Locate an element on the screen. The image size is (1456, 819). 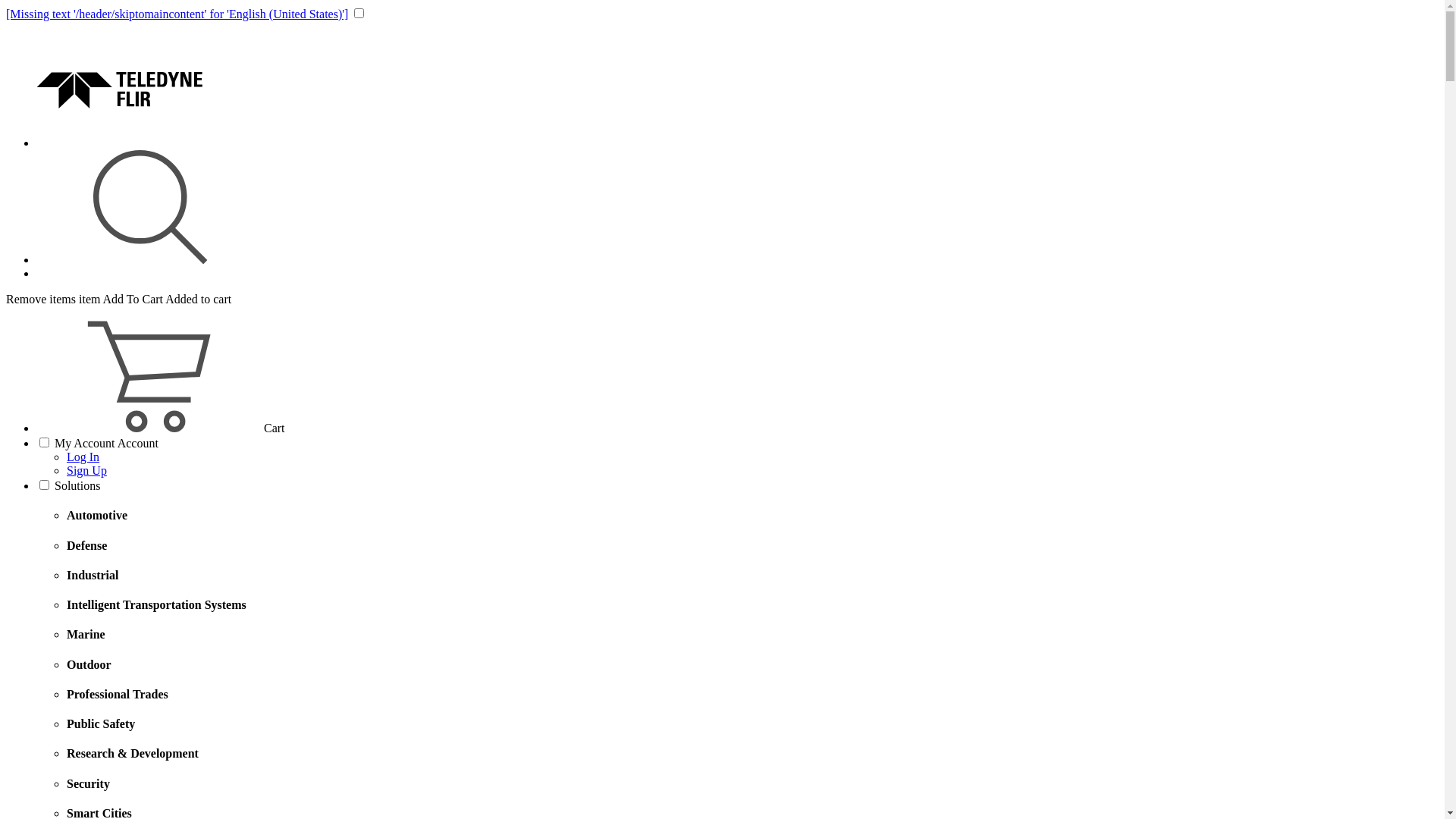
'Account' is located at coordinates (116, 443).